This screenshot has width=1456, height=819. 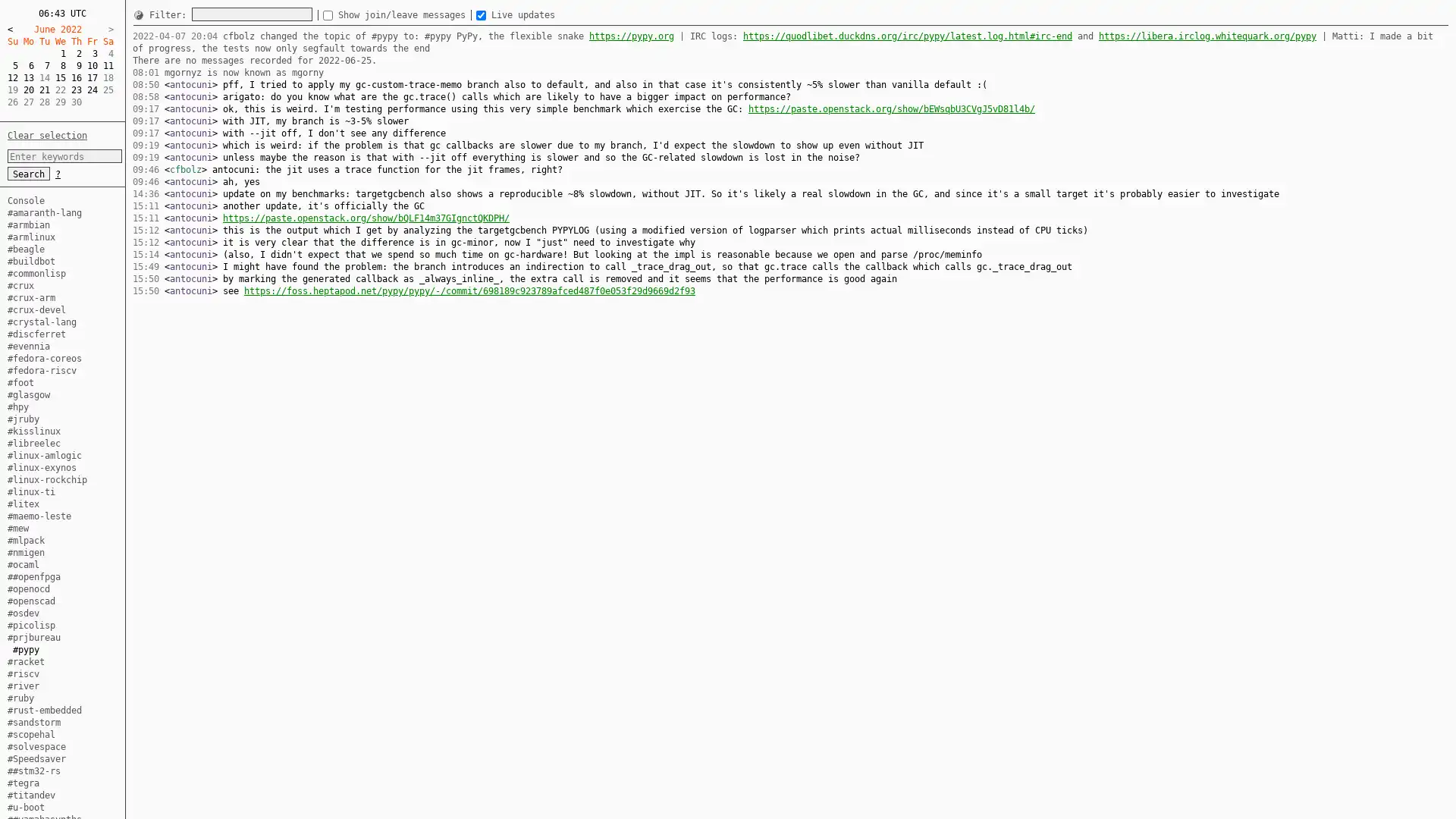 I want to click on Search, so click(x=29, y=172).